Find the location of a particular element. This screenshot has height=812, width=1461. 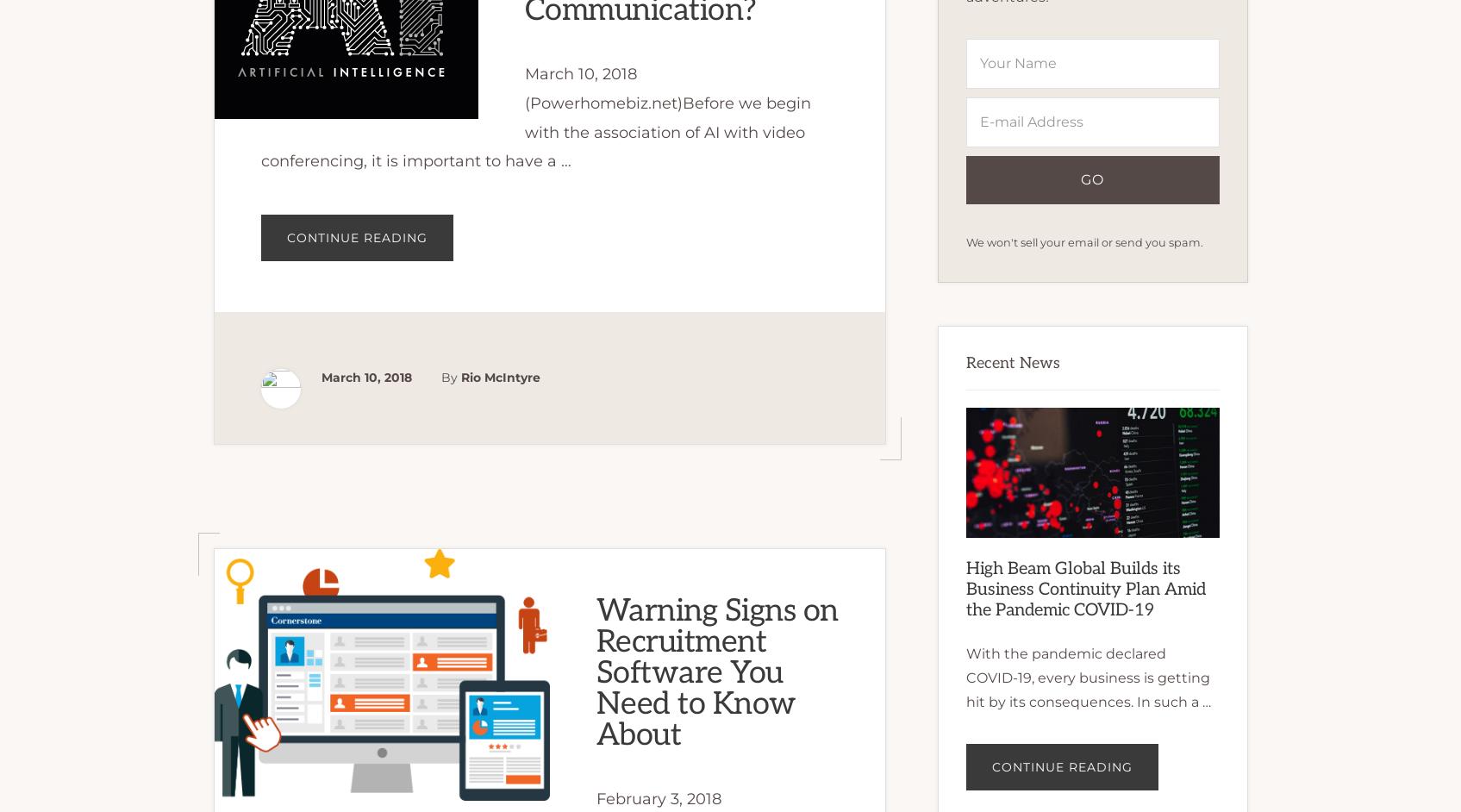

'Rio McIntyre' is located at coordinates (500, 375).